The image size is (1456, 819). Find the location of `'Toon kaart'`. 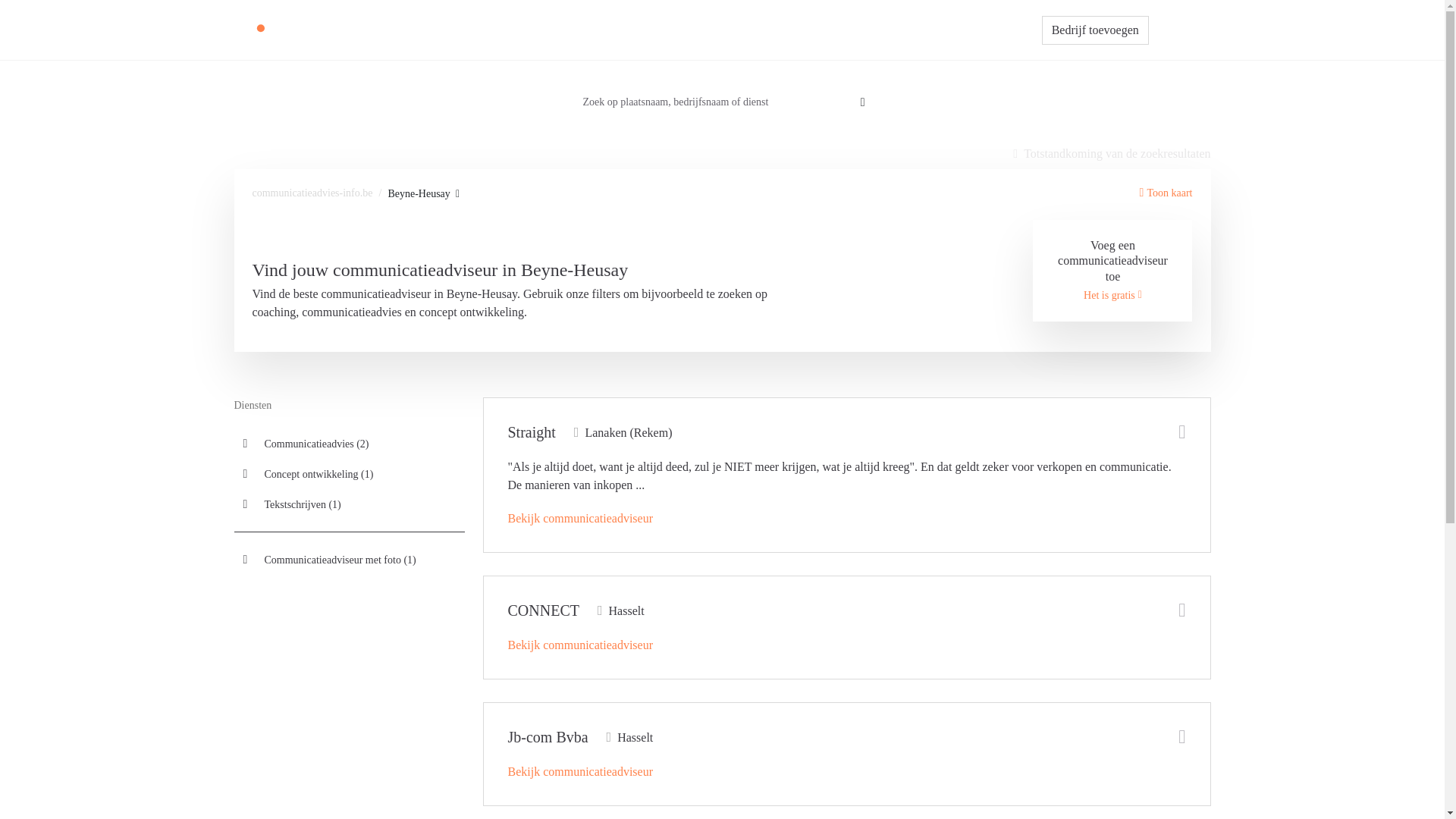

'Toon kaart' is located at coordinates (1165, 192).